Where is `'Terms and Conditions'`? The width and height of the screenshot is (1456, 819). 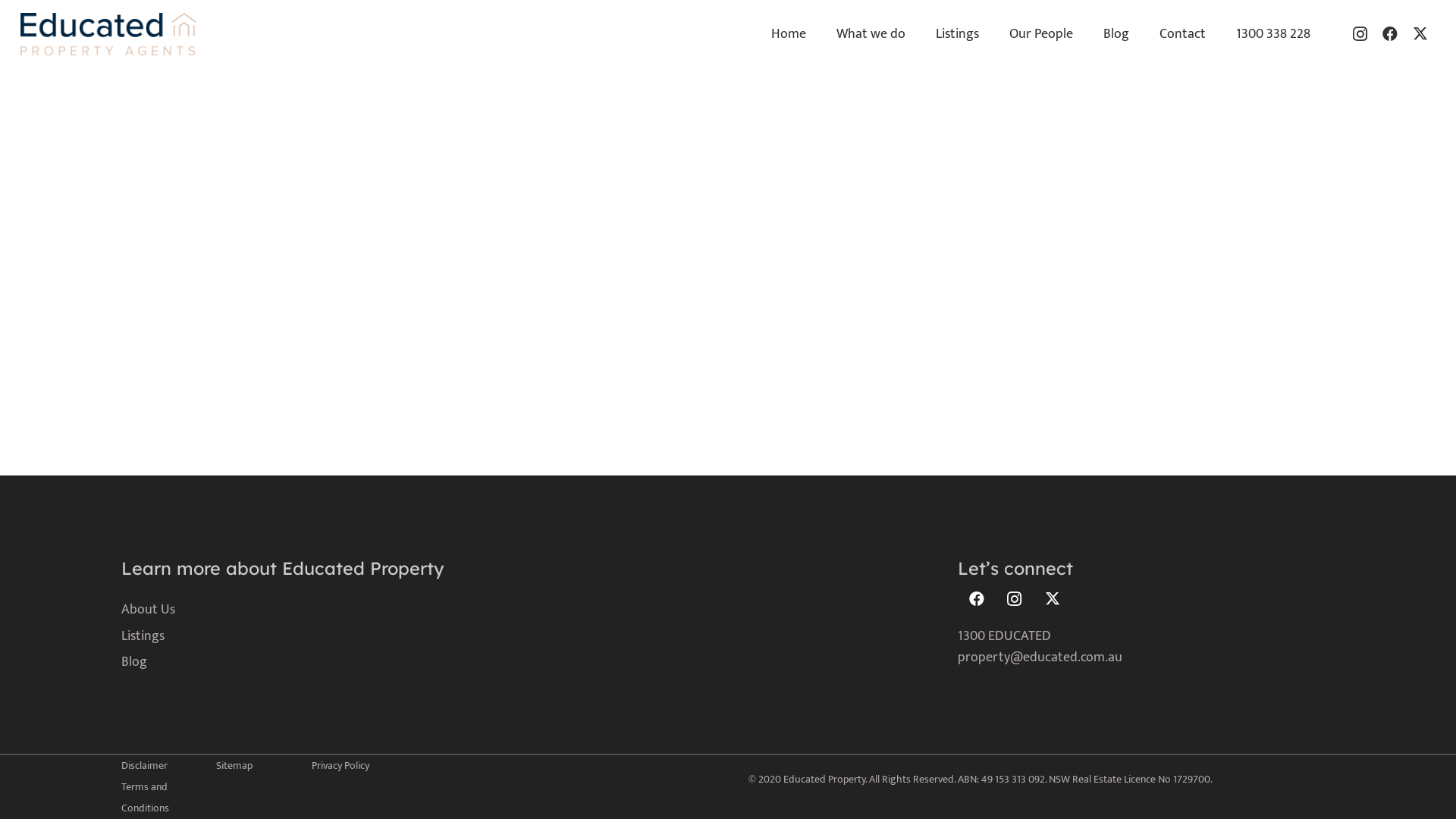
'Terms and Conditions' is located at coordinates (145, 796).